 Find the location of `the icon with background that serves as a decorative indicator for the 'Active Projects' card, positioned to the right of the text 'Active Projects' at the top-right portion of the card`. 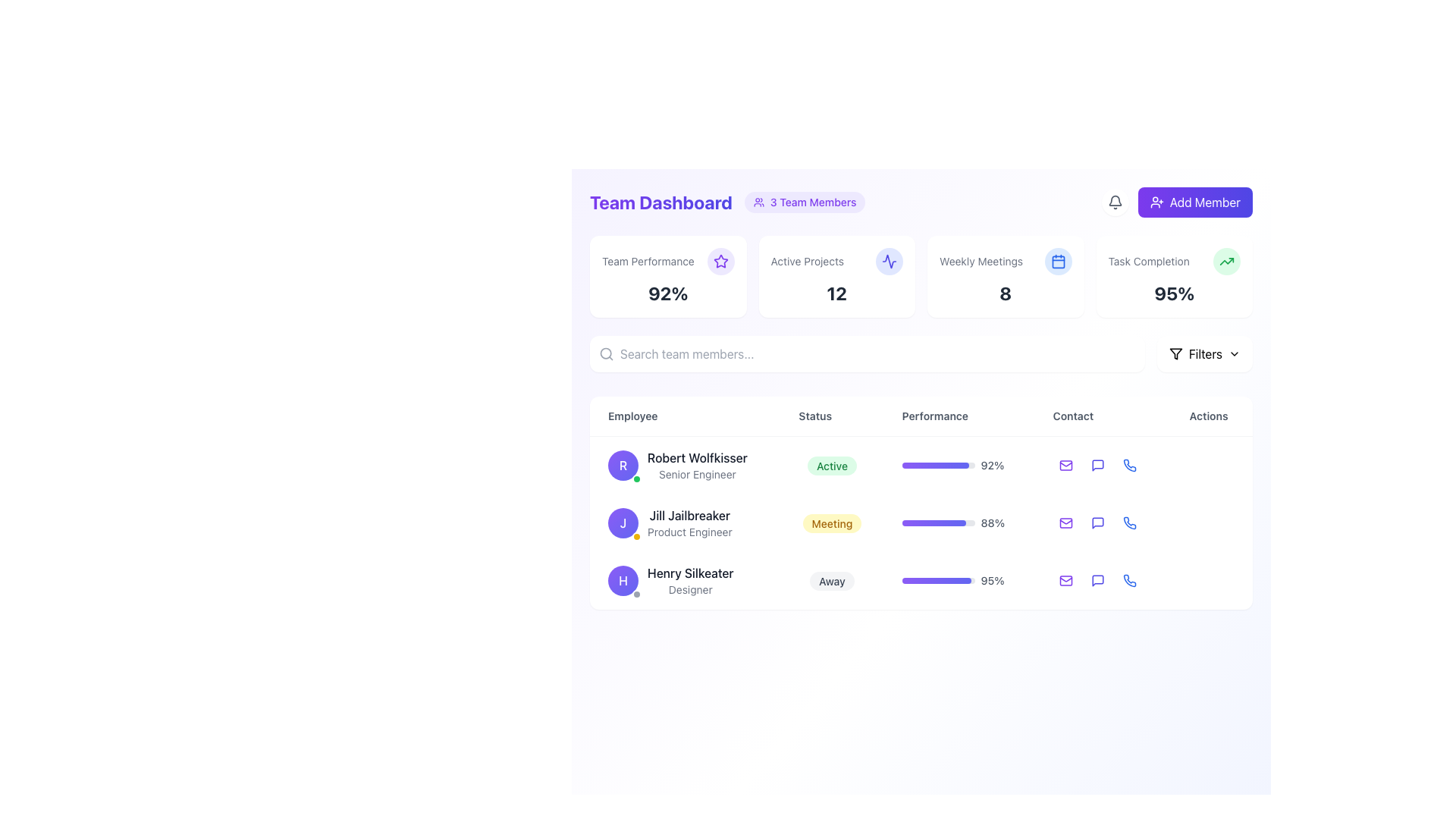

the icon with background that serves as a decorative indicator for the 'Active Projects' card, positioned to the right of the text 'Active Projects' at the top-right portion of the card is located at coordinates (889, 260).